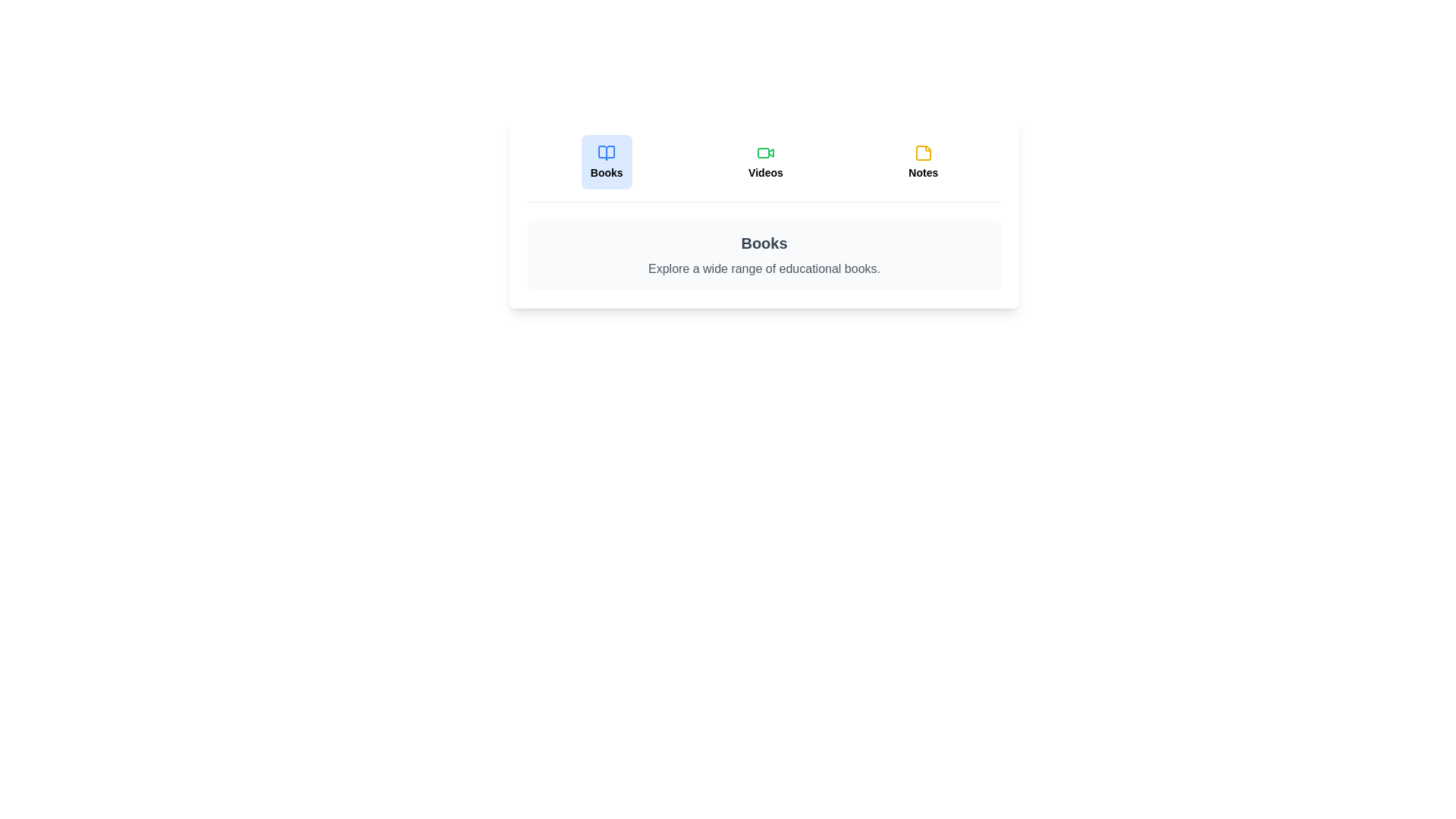 The image size is (1456, 819). I want to click on the 'Notes' tab to view its content, so click(922, 162).